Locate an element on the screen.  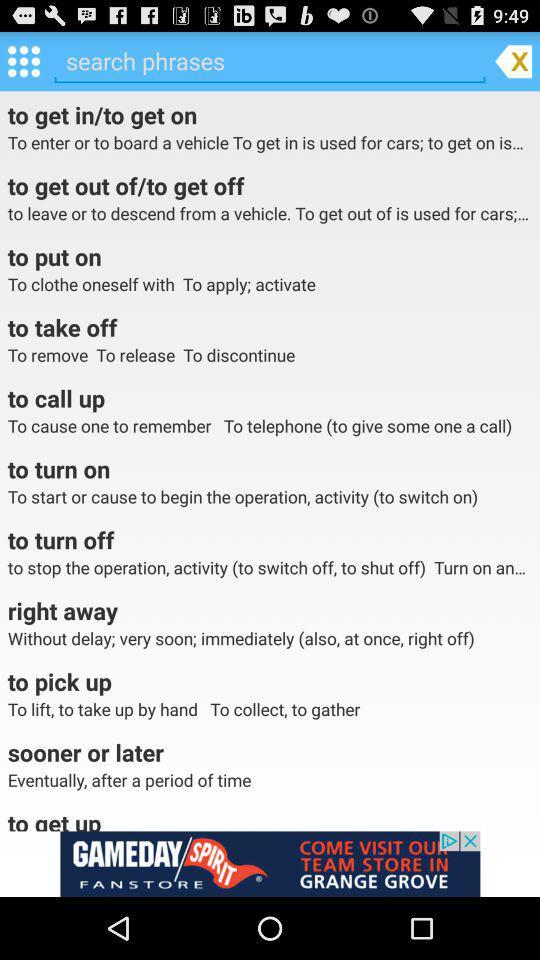
connect to advertisement is located at coordinates (270, 863).